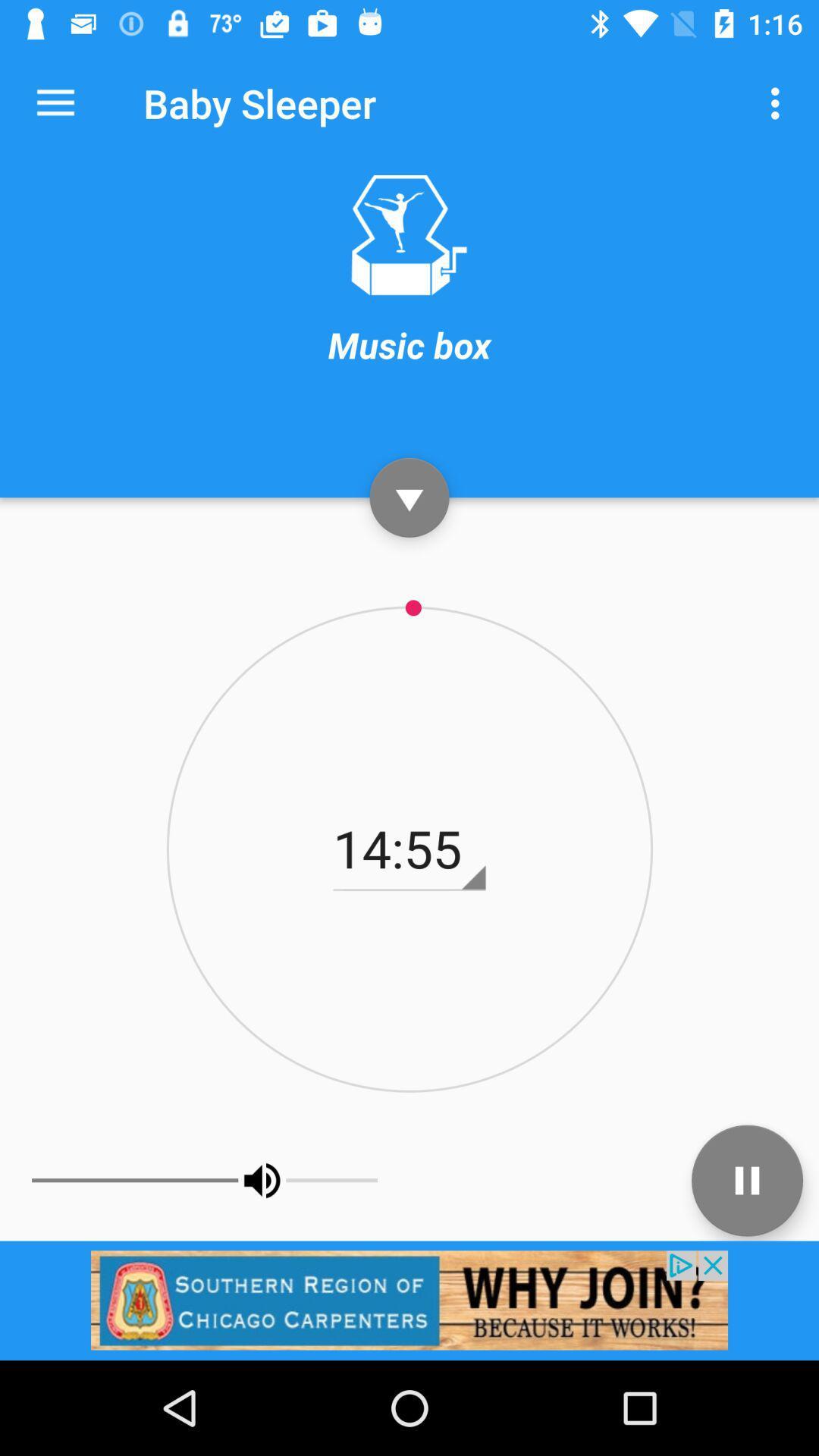 The width and height of the screenshot is (819, 1456). What do you see at coordinates (746, 1179) in the screenshot?
I see `pause track` at bounding box center [746, 1179].